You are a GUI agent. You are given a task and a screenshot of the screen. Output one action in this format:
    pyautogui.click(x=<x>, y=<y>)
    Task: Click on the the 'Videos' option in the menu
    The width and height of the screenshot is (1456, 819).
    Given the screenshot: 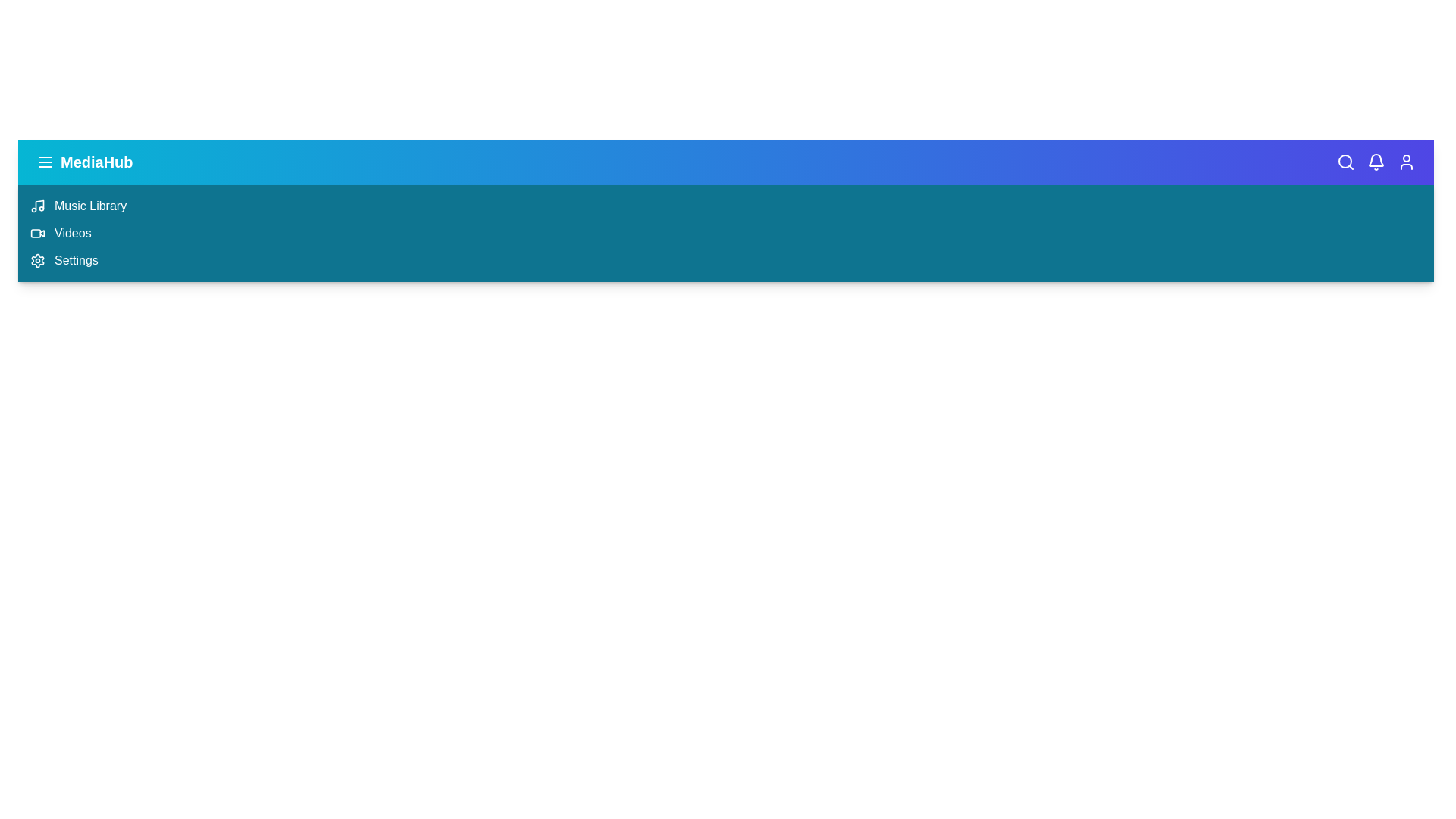 What is the action you would take?
    pyautogui.click(x=72, y=234)
    